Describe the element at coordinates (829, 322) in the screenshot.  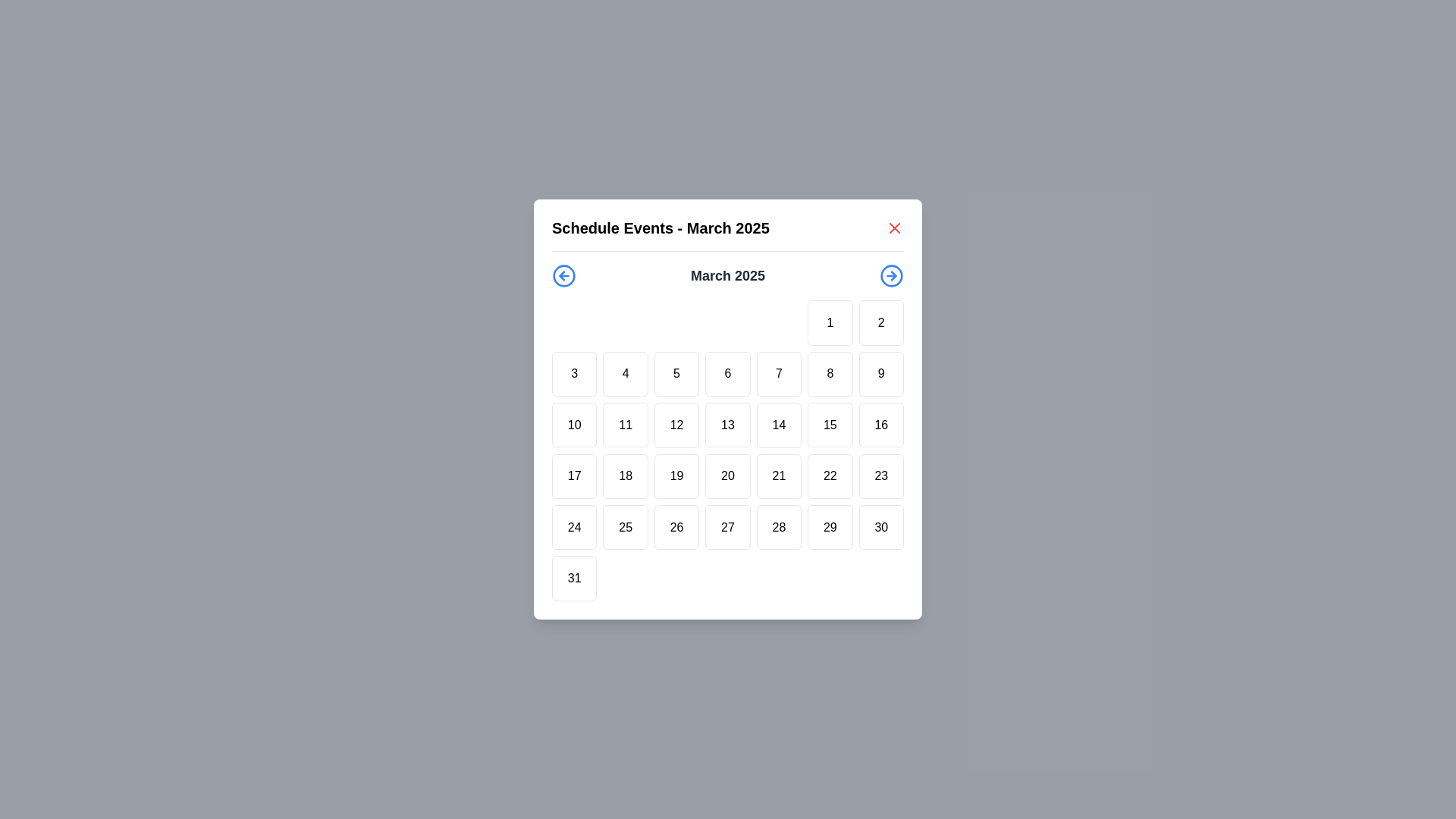
I see `the calendar day button representing the 1st of the month` at that location.